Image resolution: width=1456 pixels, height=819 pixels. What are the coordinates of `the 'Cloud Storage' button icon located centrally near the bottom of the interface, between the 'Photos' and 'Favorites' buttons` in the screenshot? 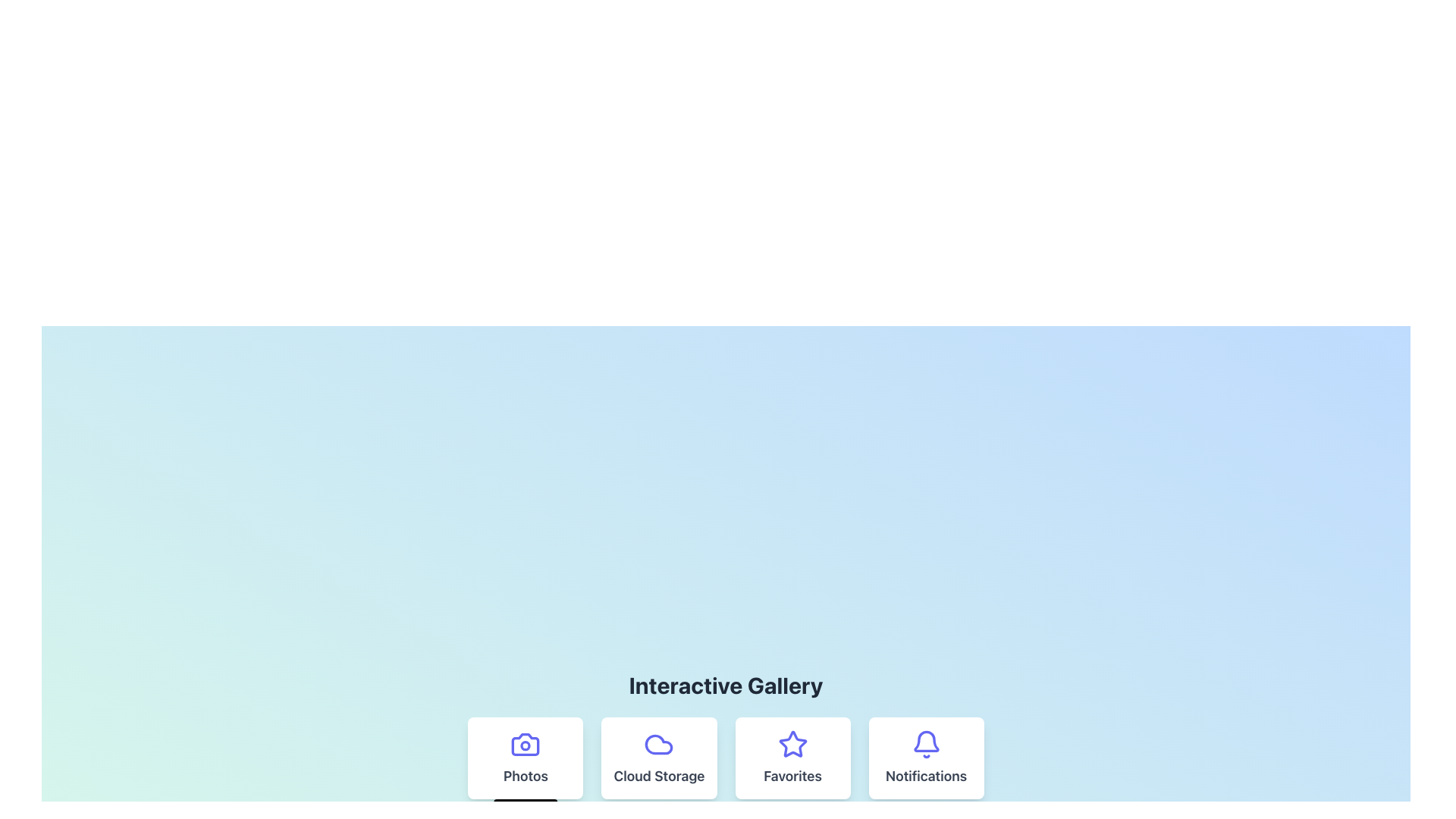 It's located at (659, 744).